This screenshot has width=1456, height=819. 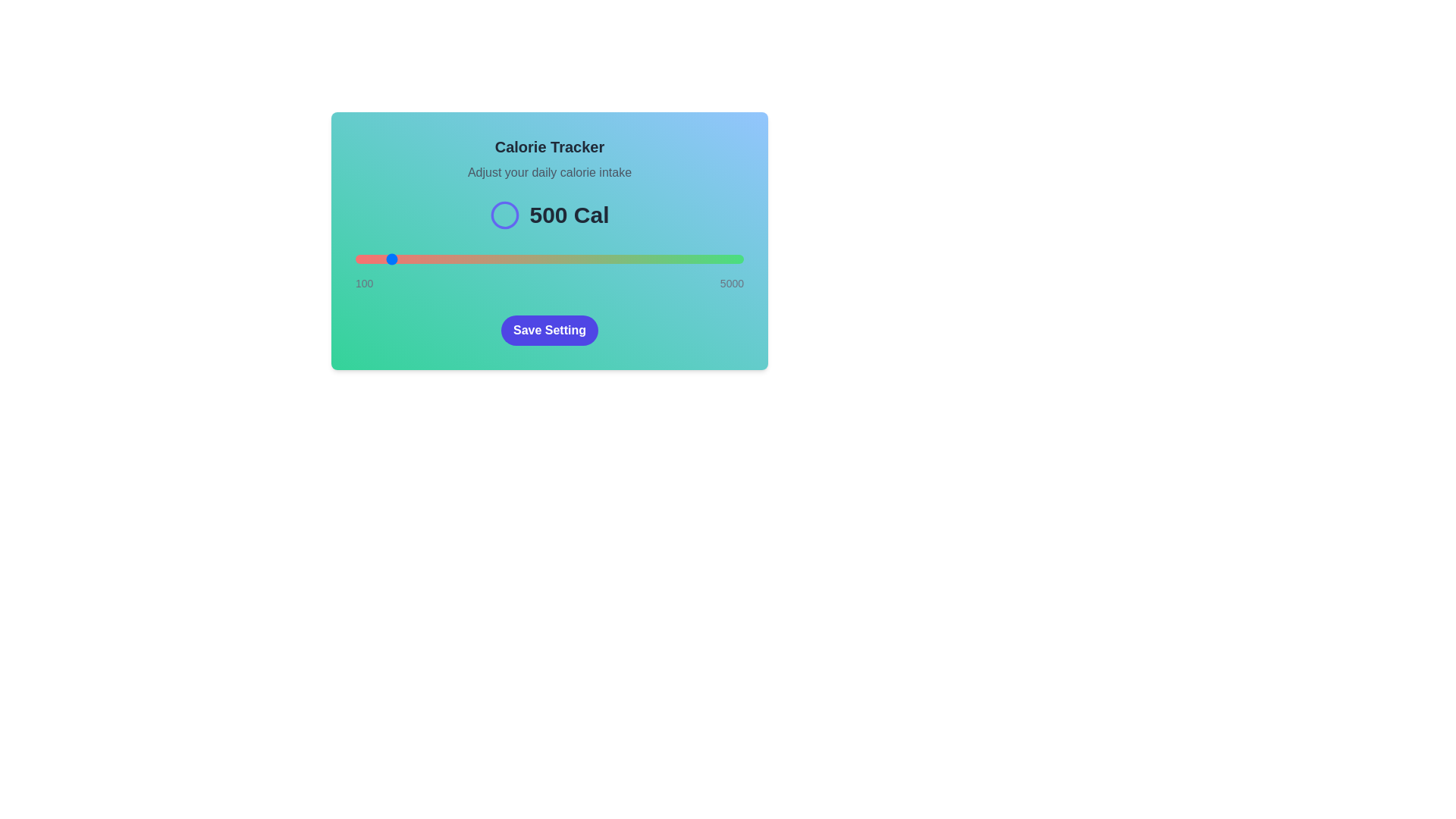 I want to click on the slider to 4264 calories to observe the color gradient, so click(x=685, y=259).